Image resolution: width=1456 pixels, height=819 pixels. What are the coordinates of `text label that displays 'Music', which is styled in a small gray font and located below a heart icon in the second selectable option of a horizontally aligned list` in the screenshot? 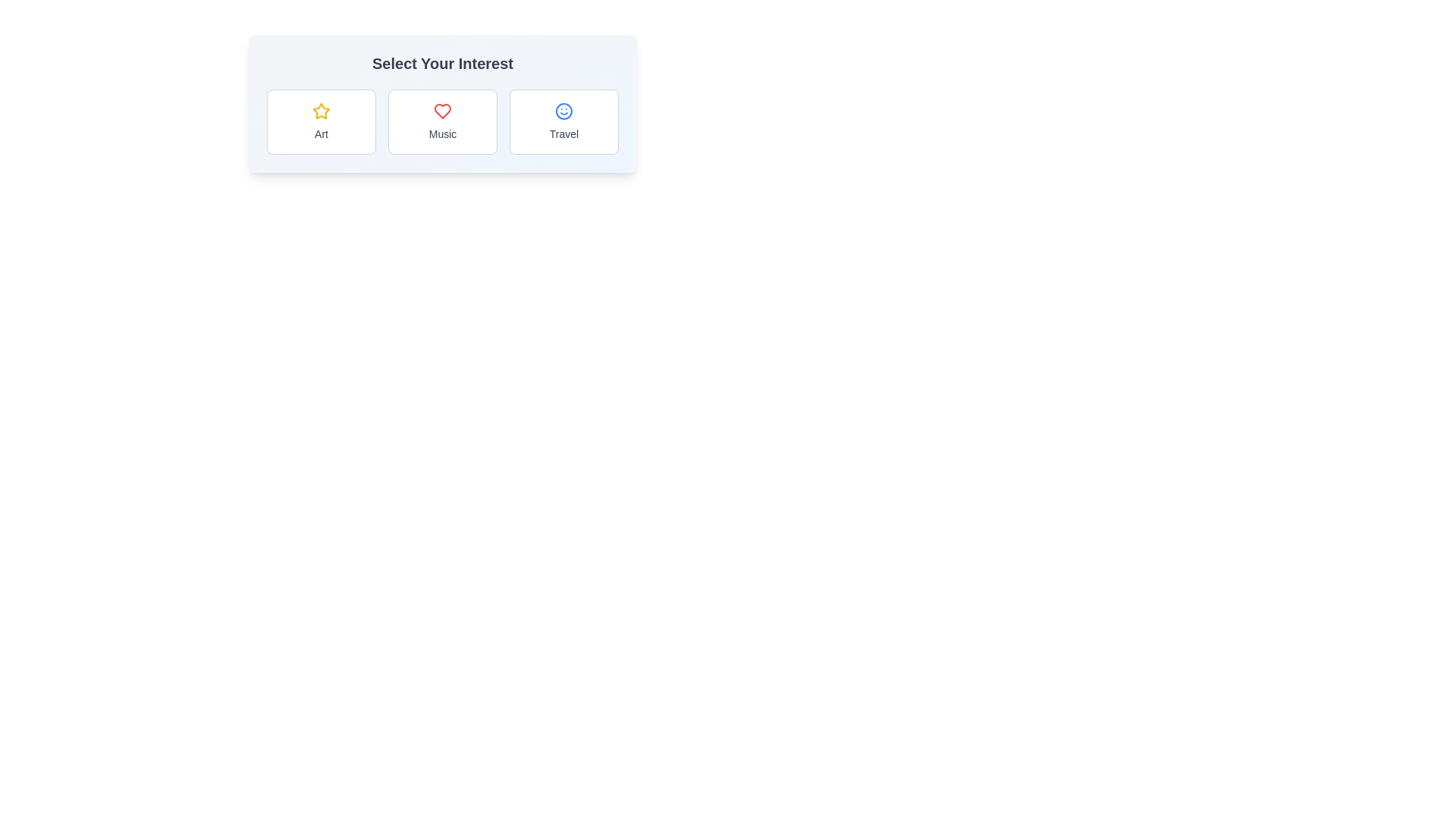 It's located at (442, 133).